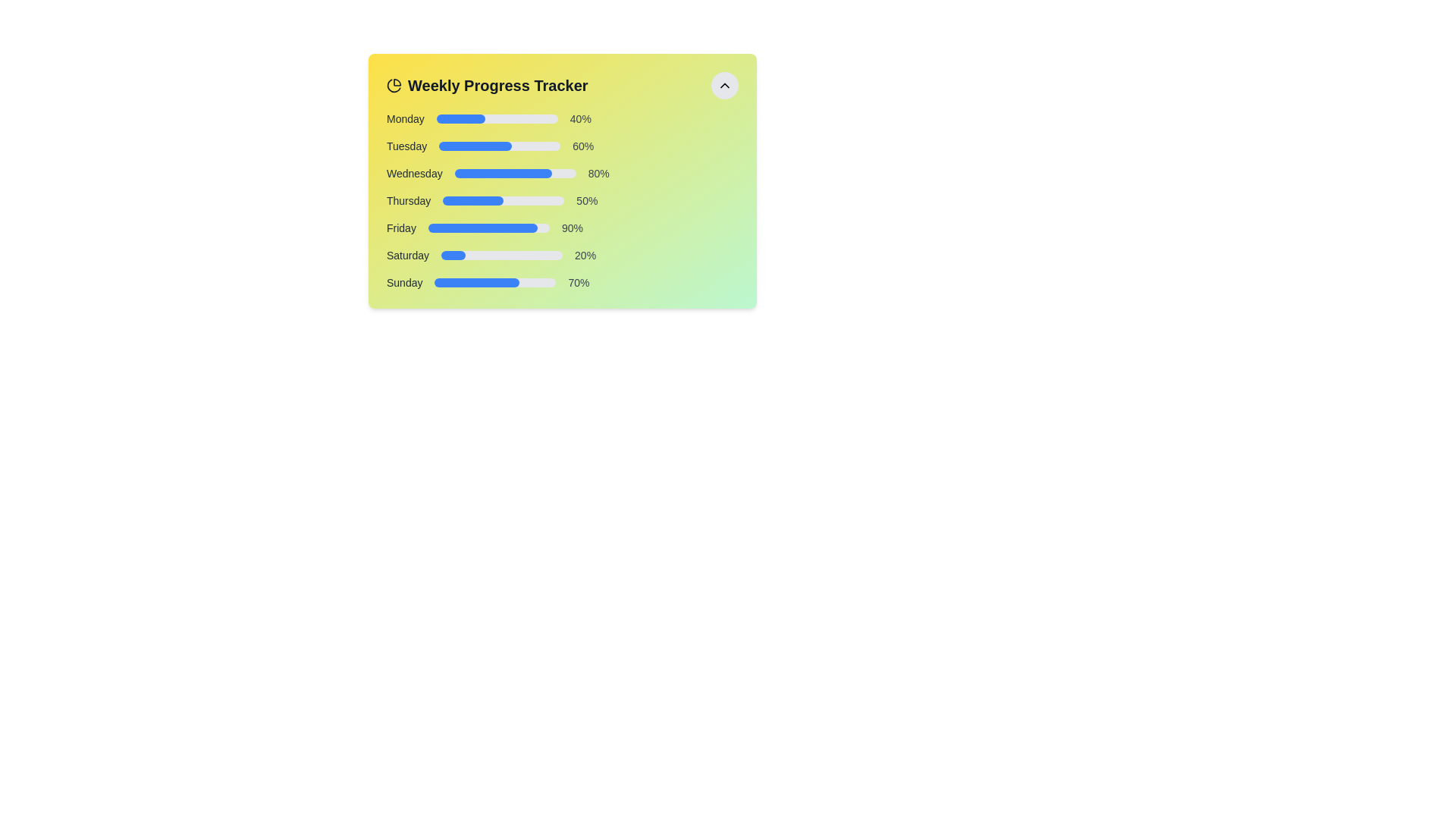  I want to click on the text label displaying '20%' in the 'Weekly Progress Tracker' section, located in the 'Saturday' row, which is styled with a small font size and gray color, so click(585, 254).